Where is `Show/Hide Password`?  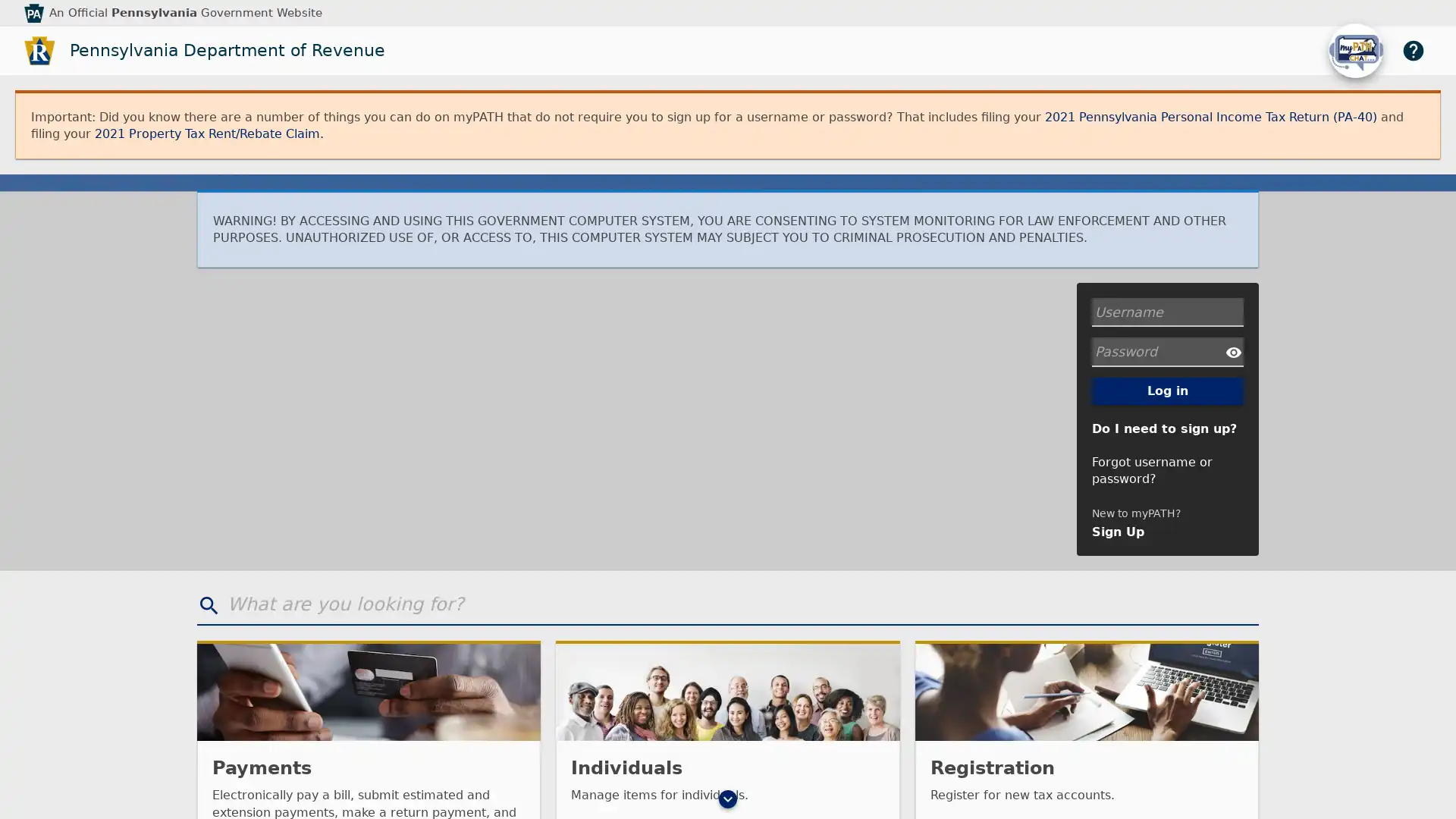
Show/Hide Password is located at coordinates (1234, 351).